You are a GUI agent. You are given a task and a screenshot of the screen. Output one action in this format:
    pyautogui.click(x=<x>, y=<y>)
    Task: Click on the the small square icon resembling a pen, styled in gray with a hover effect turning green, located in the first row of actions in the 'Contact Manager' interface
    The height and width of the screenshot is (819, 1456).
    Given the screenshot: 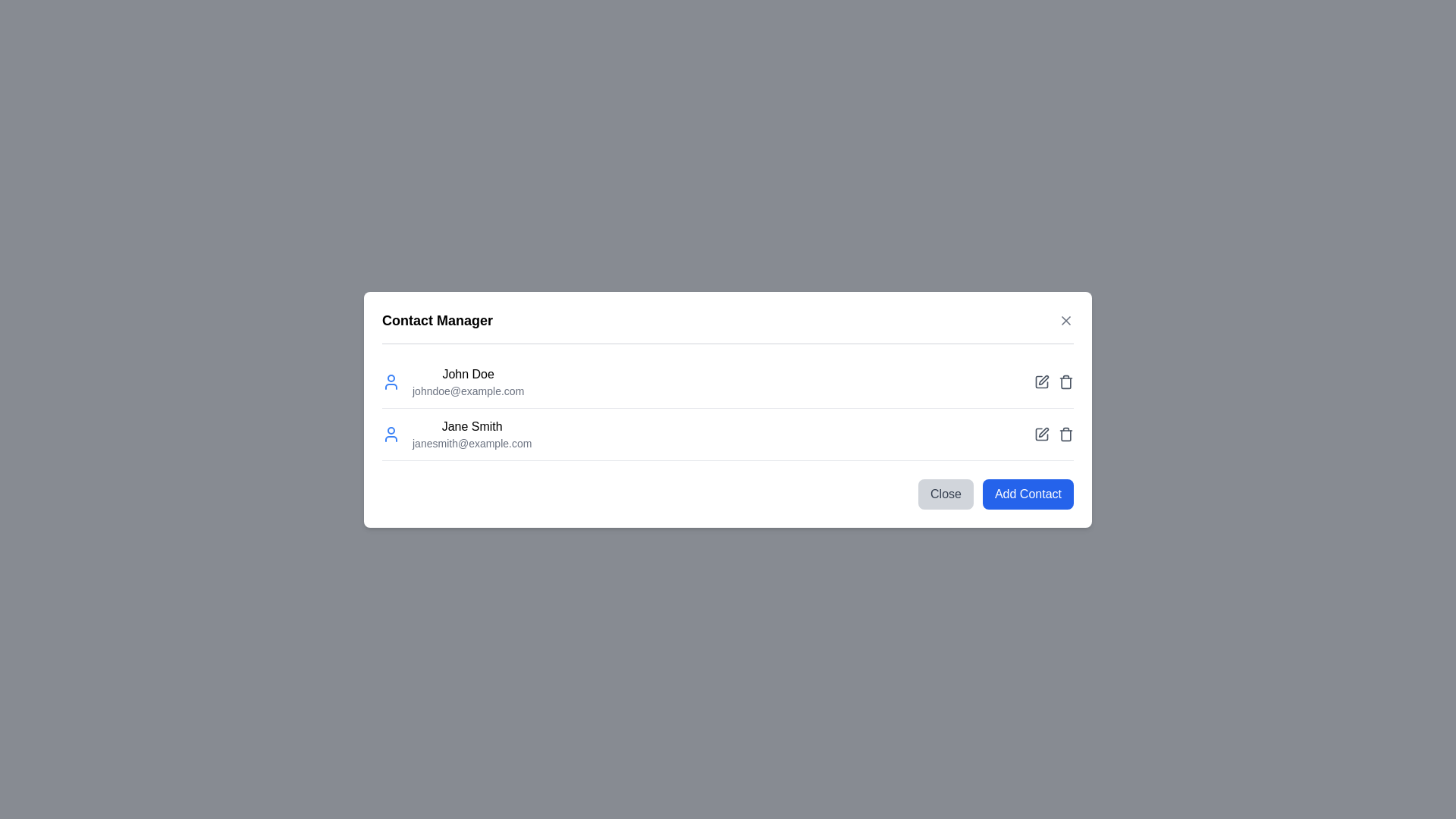 What is the action you would take?
    pyautogui.click(x=1040, y=381)
    